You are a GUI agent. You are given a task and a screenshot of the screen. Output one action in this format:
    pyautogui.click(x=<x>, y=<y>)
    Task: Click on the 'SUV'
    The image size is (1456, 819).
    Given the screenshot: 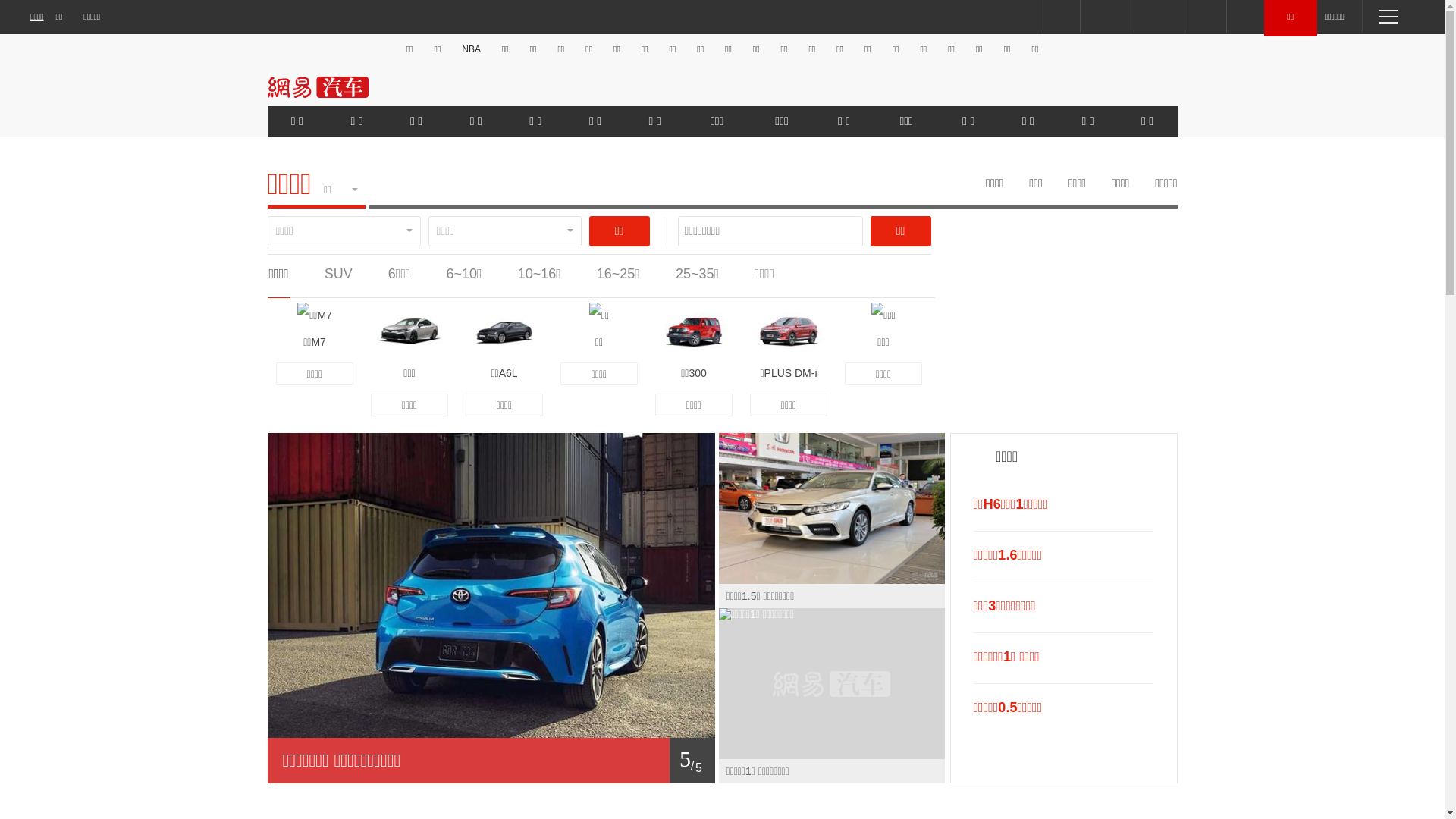 What is the action you would take?
    pyautogui.click(x=323, y=274)
    